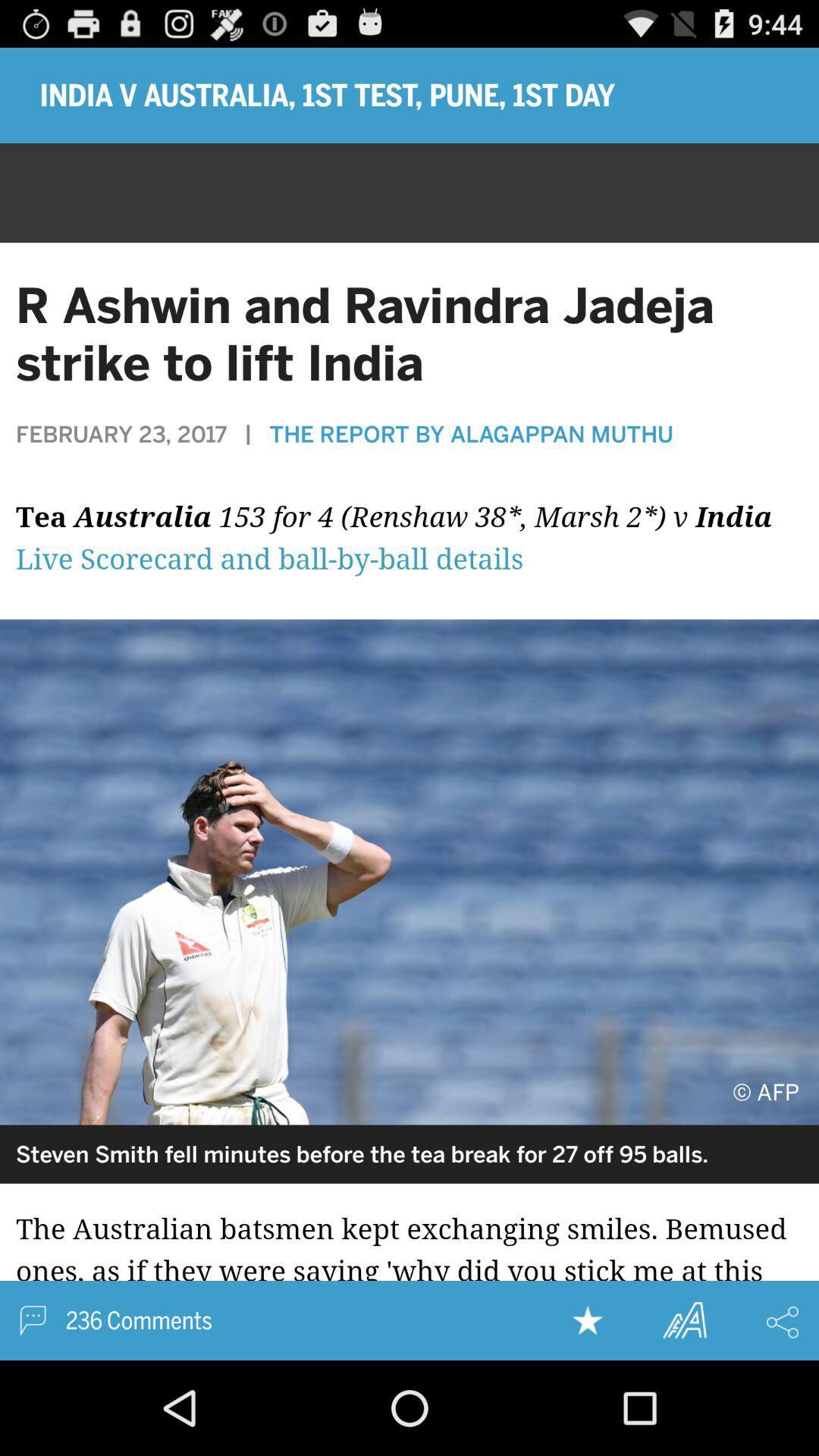 This screenshot has height=1456, width=819. What do you see at coordinates (587, 1319) in the screenshot?
I see `favorite` at bounding box center [587, 1319].